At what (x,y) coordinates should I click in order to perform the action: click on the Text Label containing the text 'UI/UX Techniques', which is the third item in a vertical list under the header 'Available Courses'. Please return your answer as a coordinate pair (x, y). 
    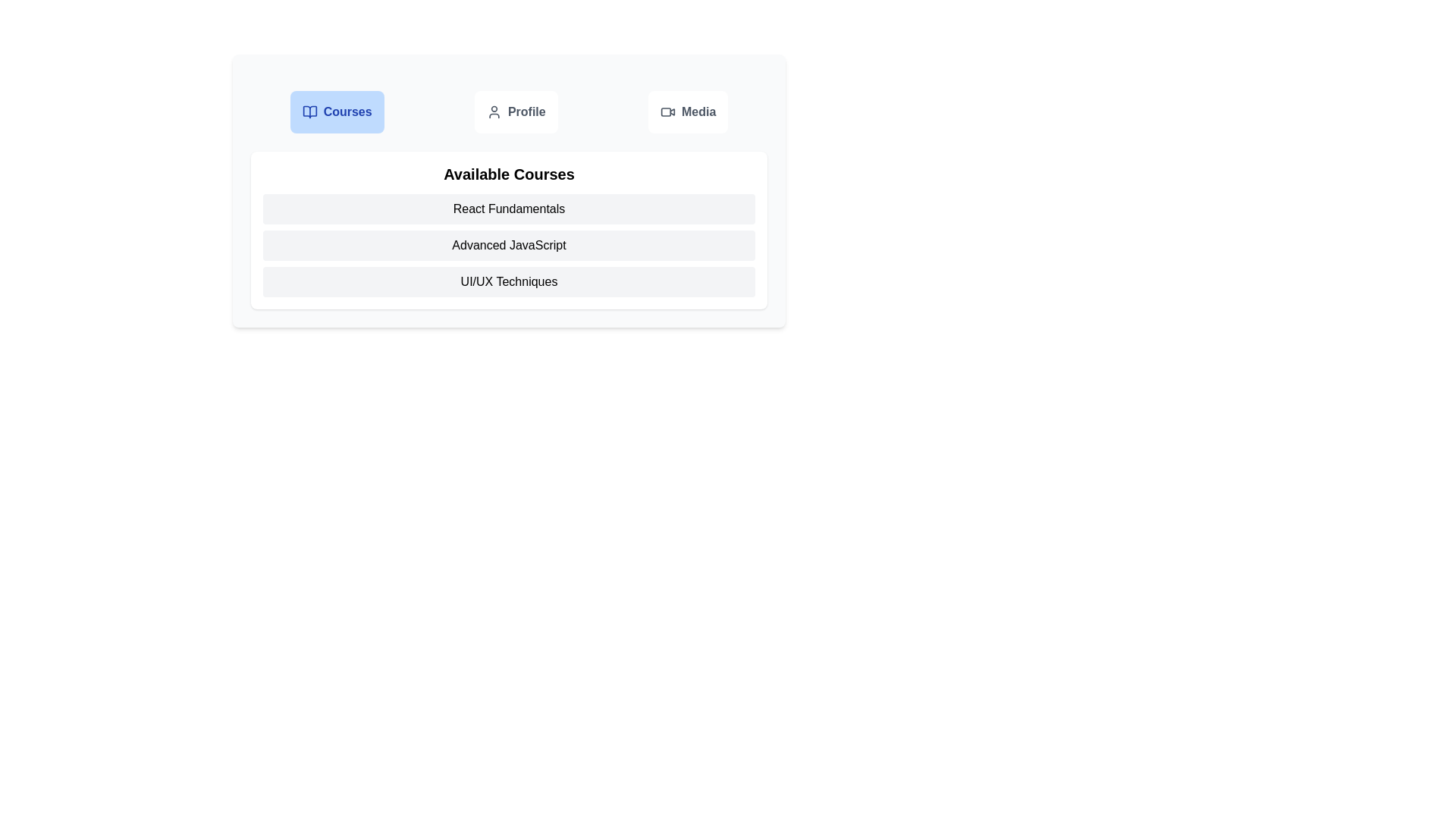
    Looking at the image, I should click on (509, 281).